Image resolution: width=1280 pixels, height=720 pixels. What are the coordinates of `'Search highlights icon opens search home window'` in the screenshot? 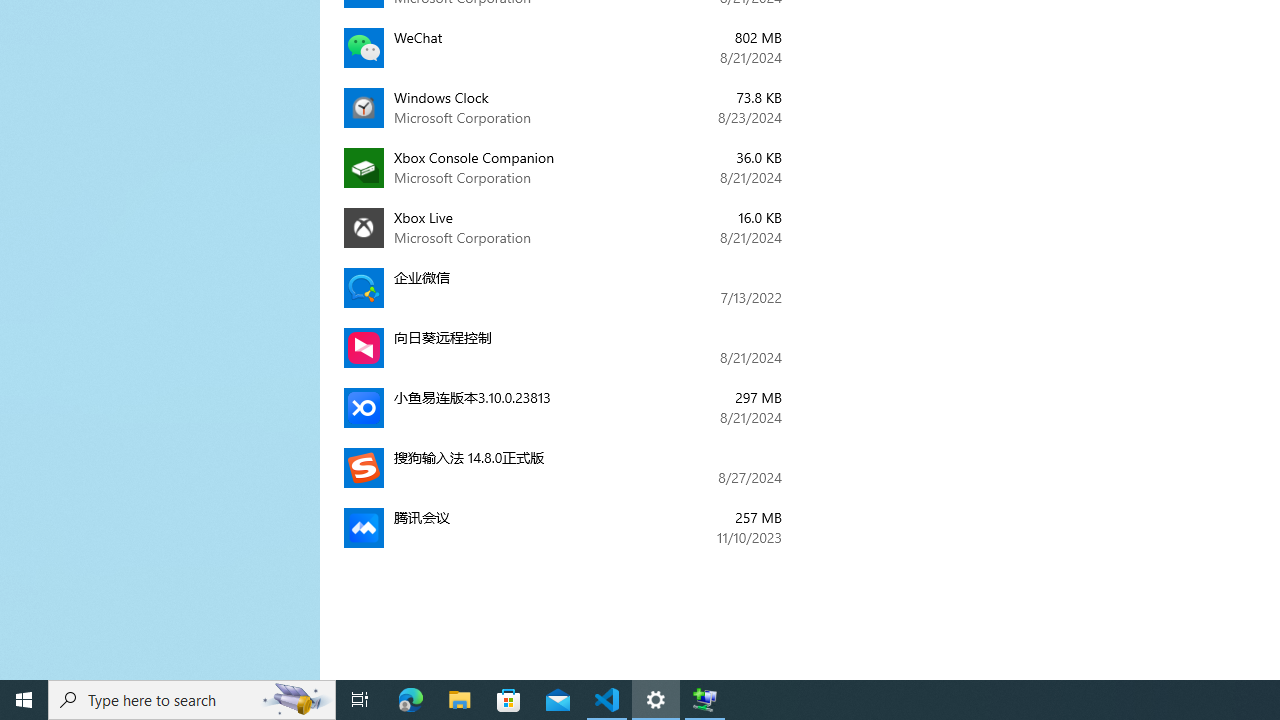 It's located at (294, 698).